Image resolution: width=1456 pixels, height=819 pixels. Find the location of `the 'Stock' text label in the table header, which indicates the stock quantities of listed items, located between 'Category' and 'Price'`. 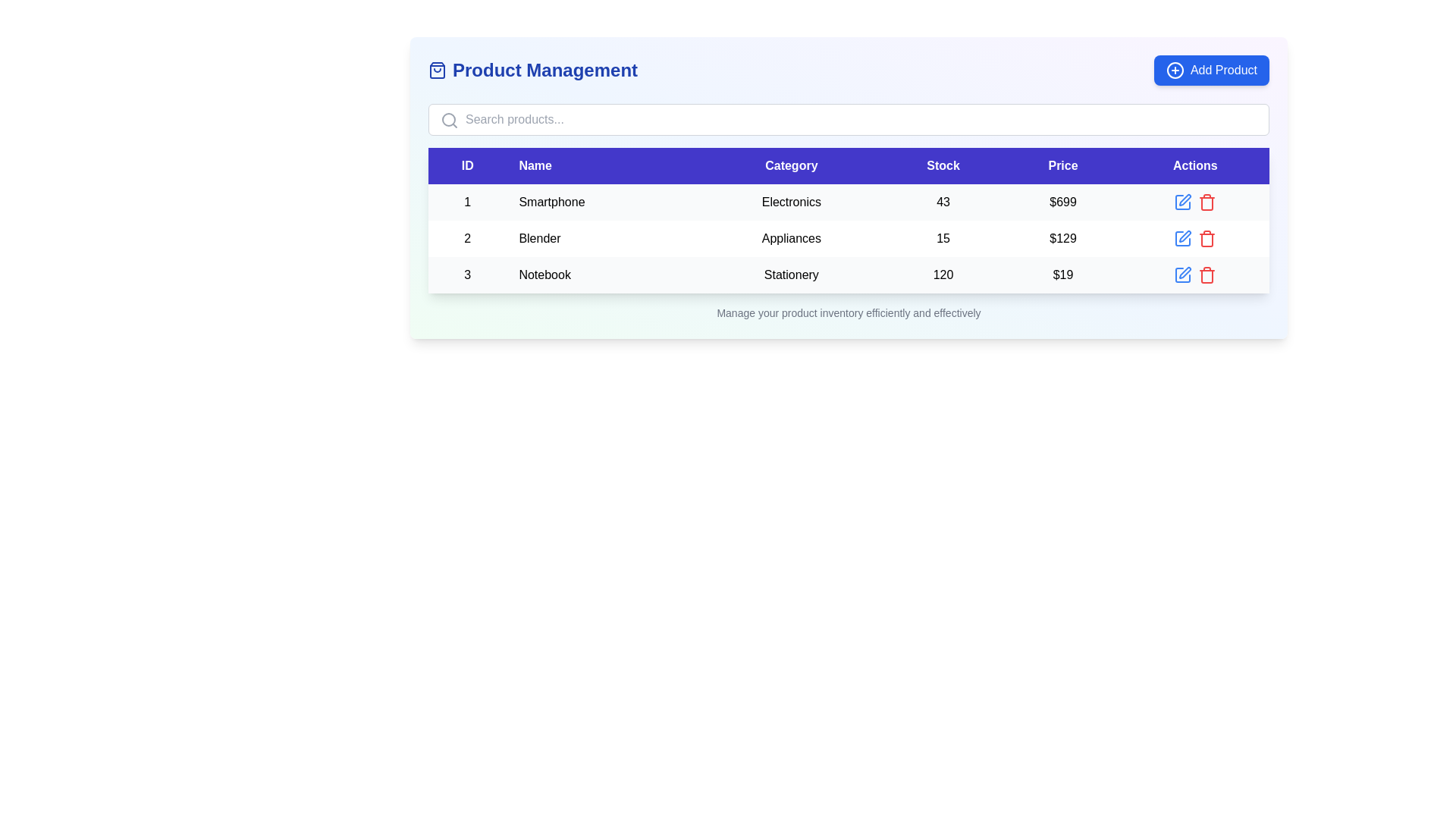

the 'Stock' text label in the table header, which indicates the stock quantities of listed items, located between 'Category' and 'Price' is located at coordinates (942, 166).